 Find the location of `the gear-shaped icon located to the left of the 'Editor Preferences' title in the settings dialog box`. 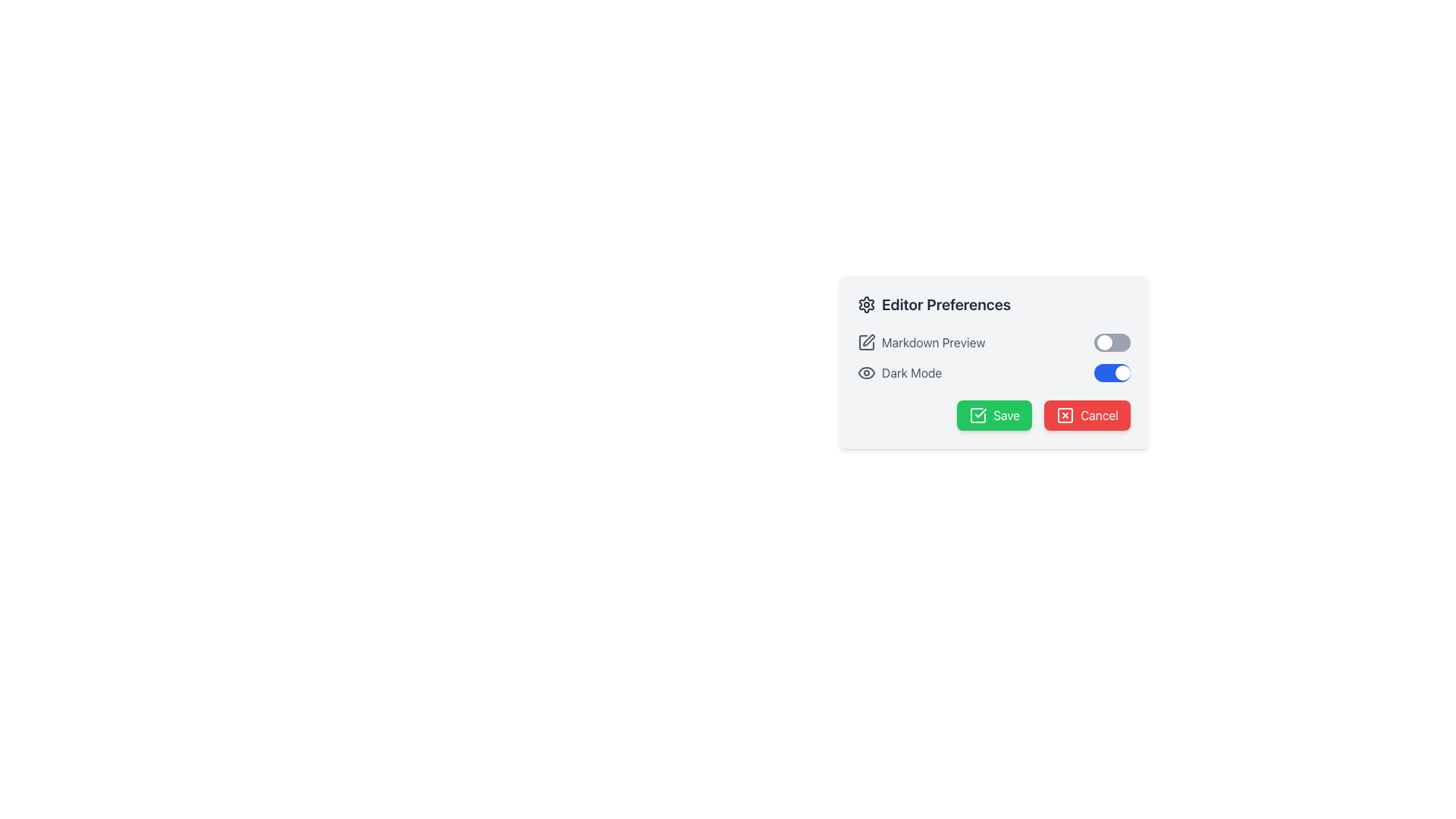

the gear-shaped icon located to the left of the 'Editor Preferences' title in the settings dialog box is located at coordinates (866, 304).